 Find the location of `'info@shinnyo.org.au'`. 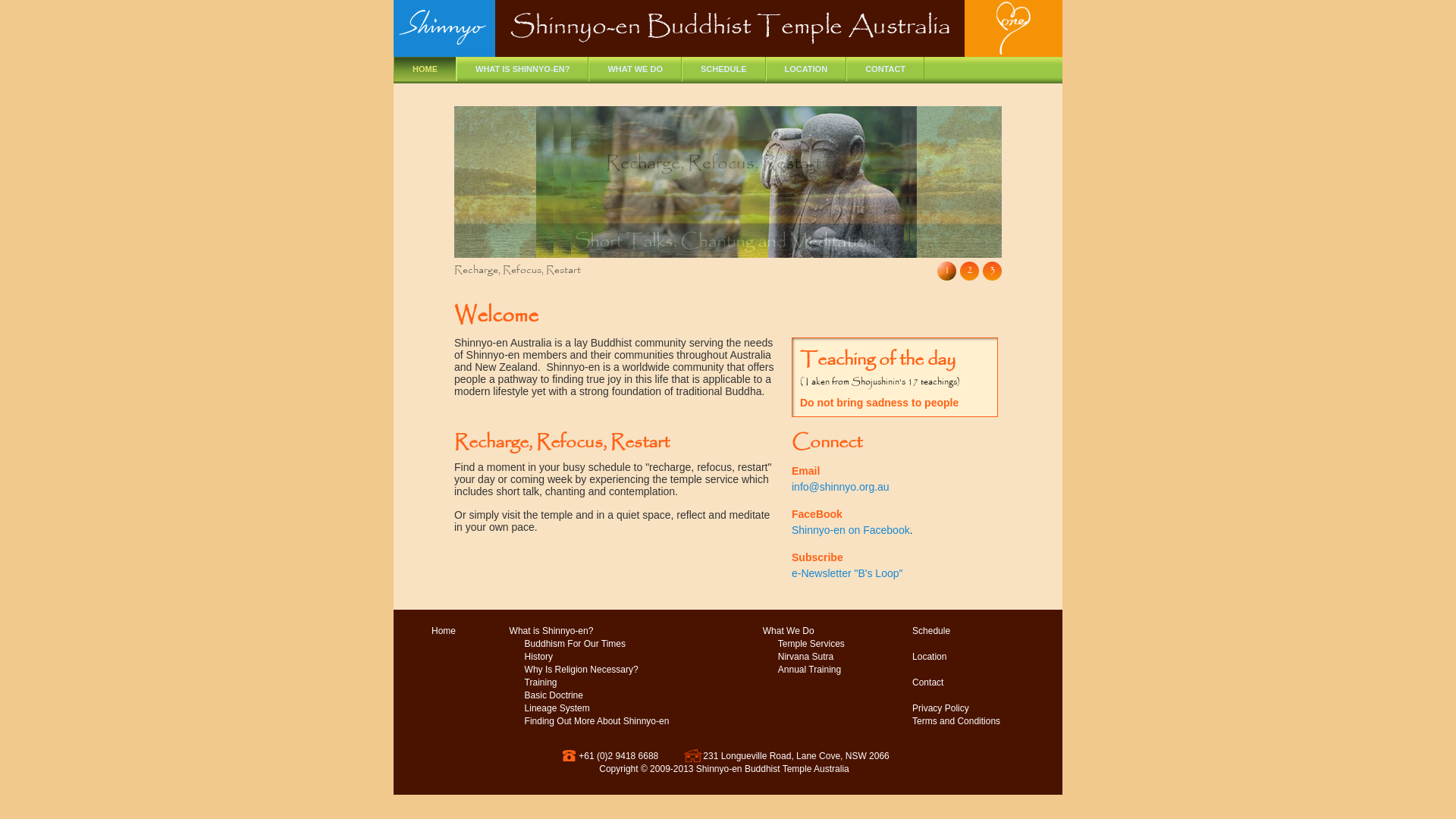

'info@shinnyo.org.au' is located at coordinates (839, 486).